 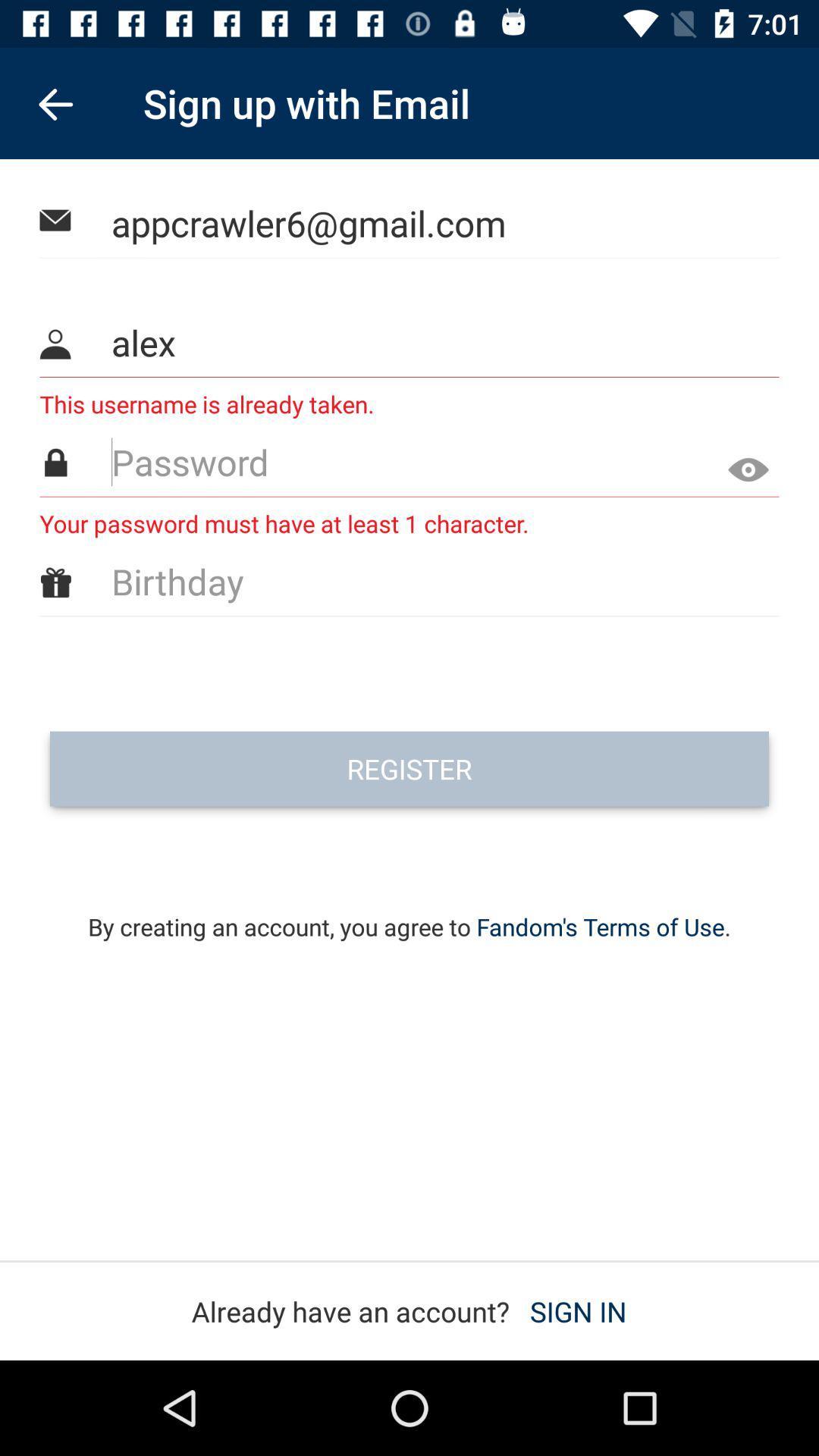 I want to click on by creating an icon, so click(x=409, y=906).